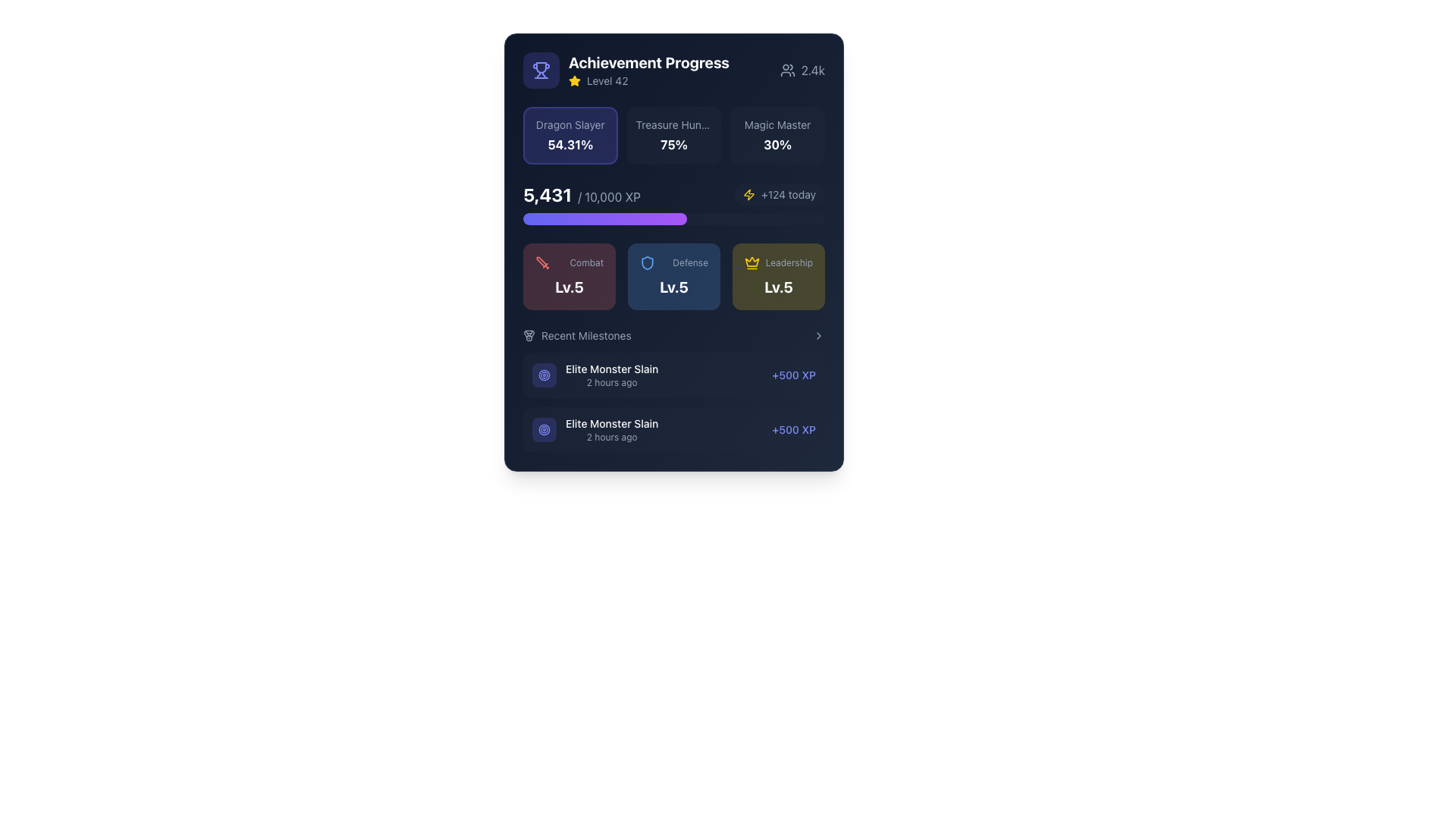 The width and height of the screenshot is (1456, 819). I want to click on the second milestone card in the 'Recent Milestones' list, which displays details about a recently completed task and its associated reward, so click(673, 430).